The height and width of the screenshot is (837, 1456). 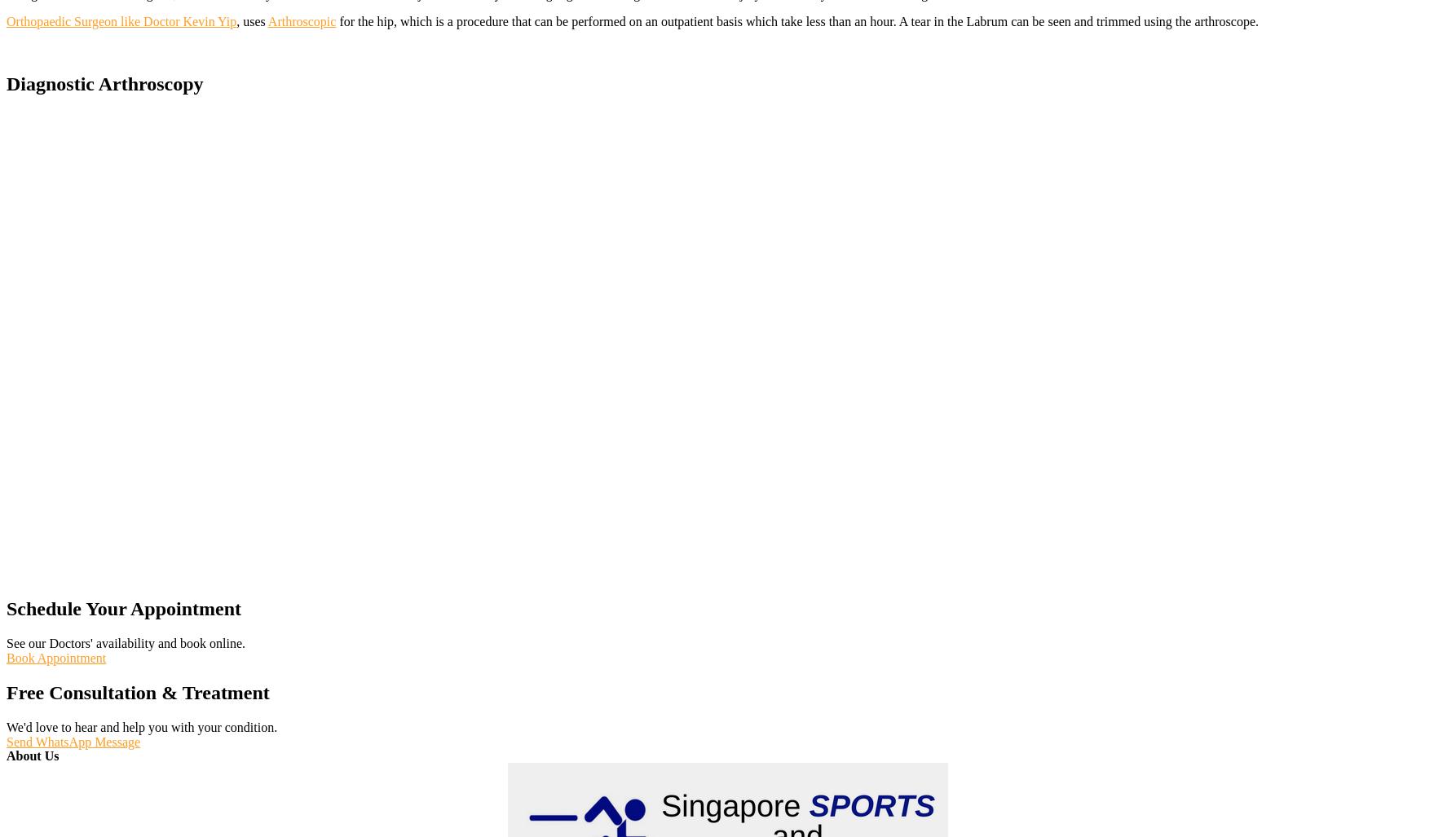 What do you see at coordinates (797, 20) in the screenshot?
I see `'for the hip, which is a procedure that can be performed on an outpatient basis which take less than an hour. A tear in the Labrum can be seen and trimmed using the arthroscope.'` at bounding box center [797, 20].